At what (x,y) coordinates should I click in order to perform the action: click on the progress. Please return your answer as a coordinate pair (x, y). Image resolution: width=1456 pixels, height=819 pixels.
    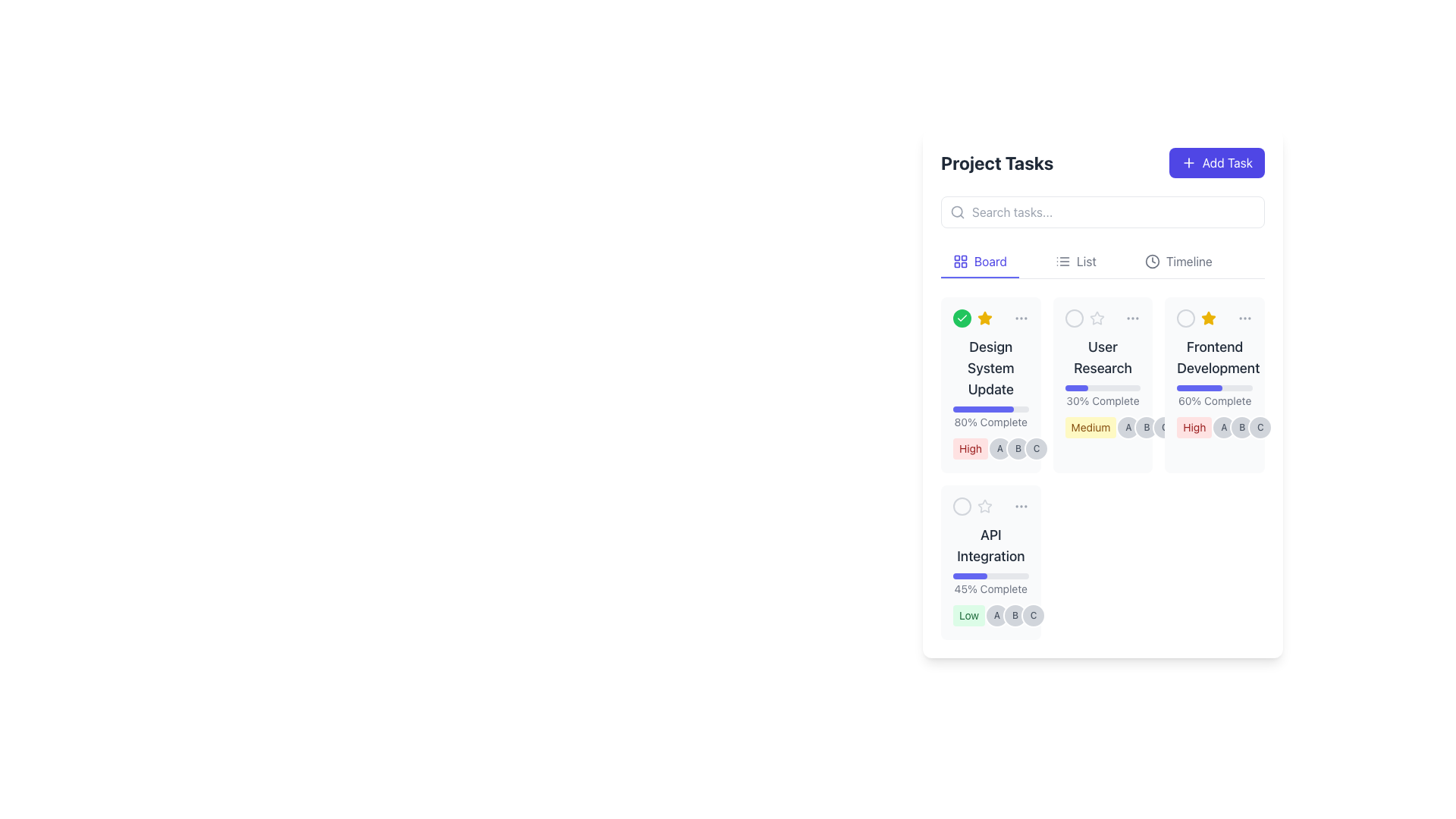
    Looking at the image, I should click on (1235, 388).